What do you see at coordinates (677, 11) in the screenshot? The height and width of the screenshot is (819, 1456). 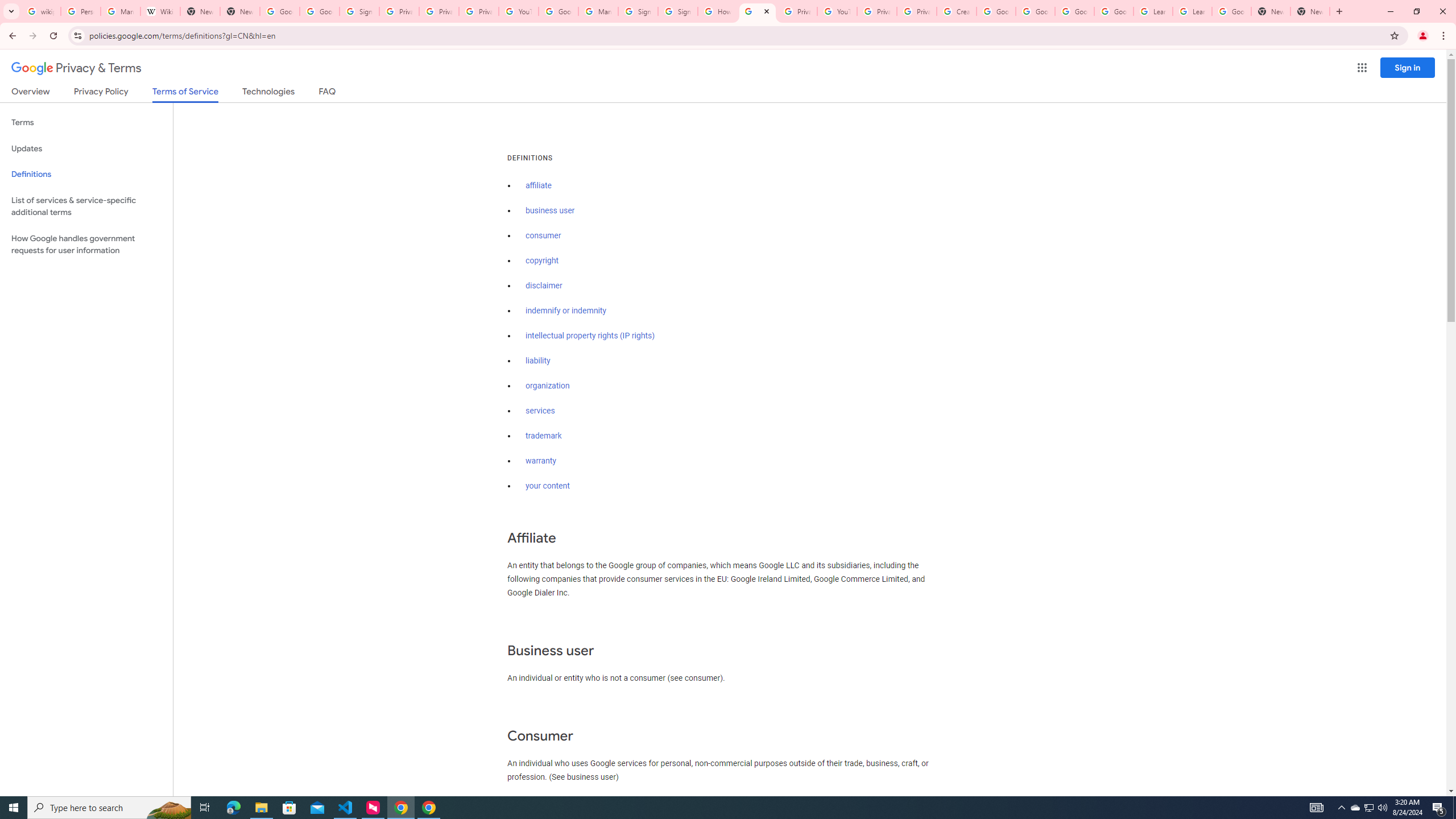 I see `'Sign in - Google Accounts'` at bounding box center [677, 11].